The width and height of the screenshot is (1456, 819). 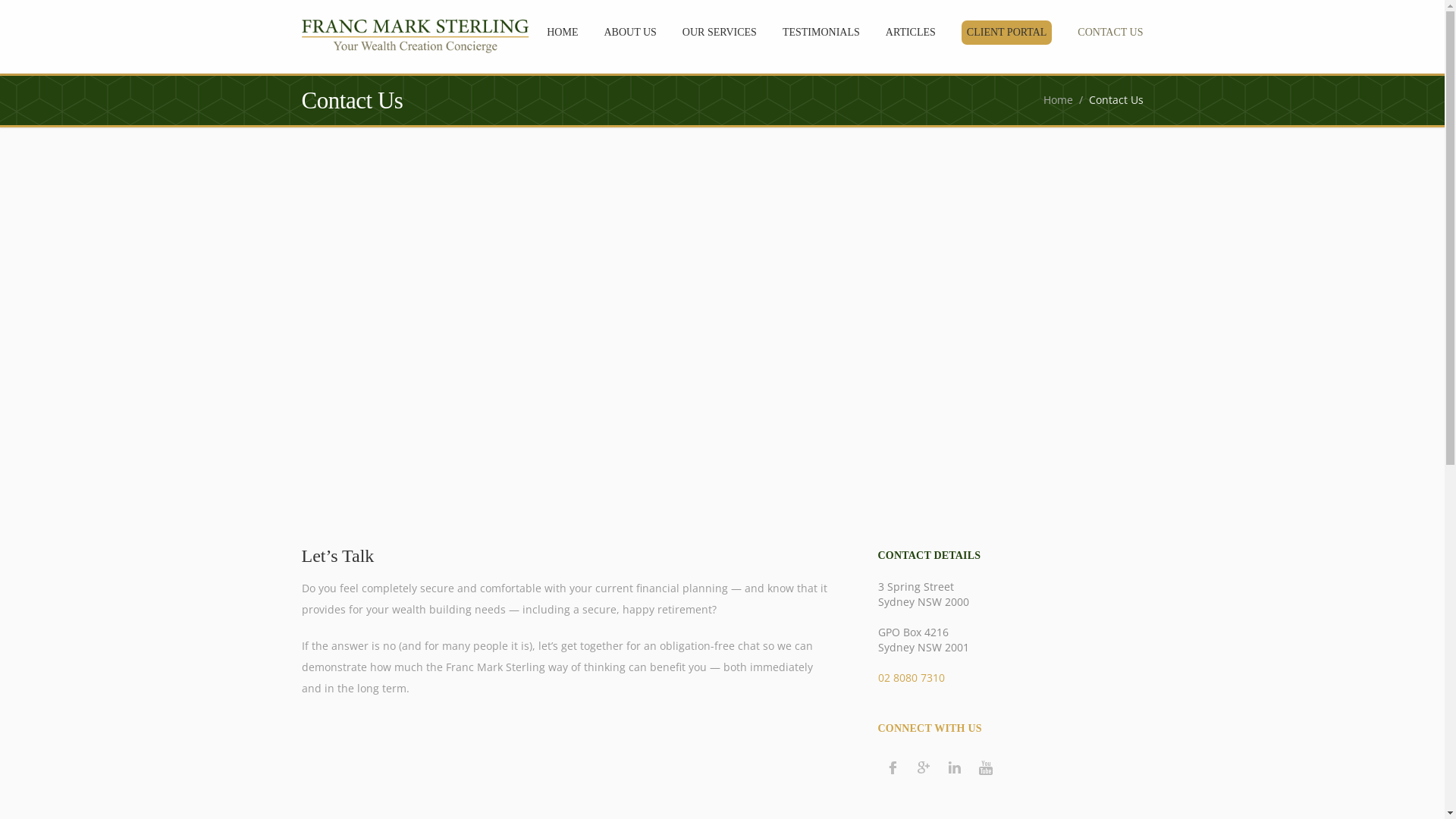 What do you see at coordinates (892, 767) in the screenshot?
I see `'Facebook'` at bounding box center [892, 767].